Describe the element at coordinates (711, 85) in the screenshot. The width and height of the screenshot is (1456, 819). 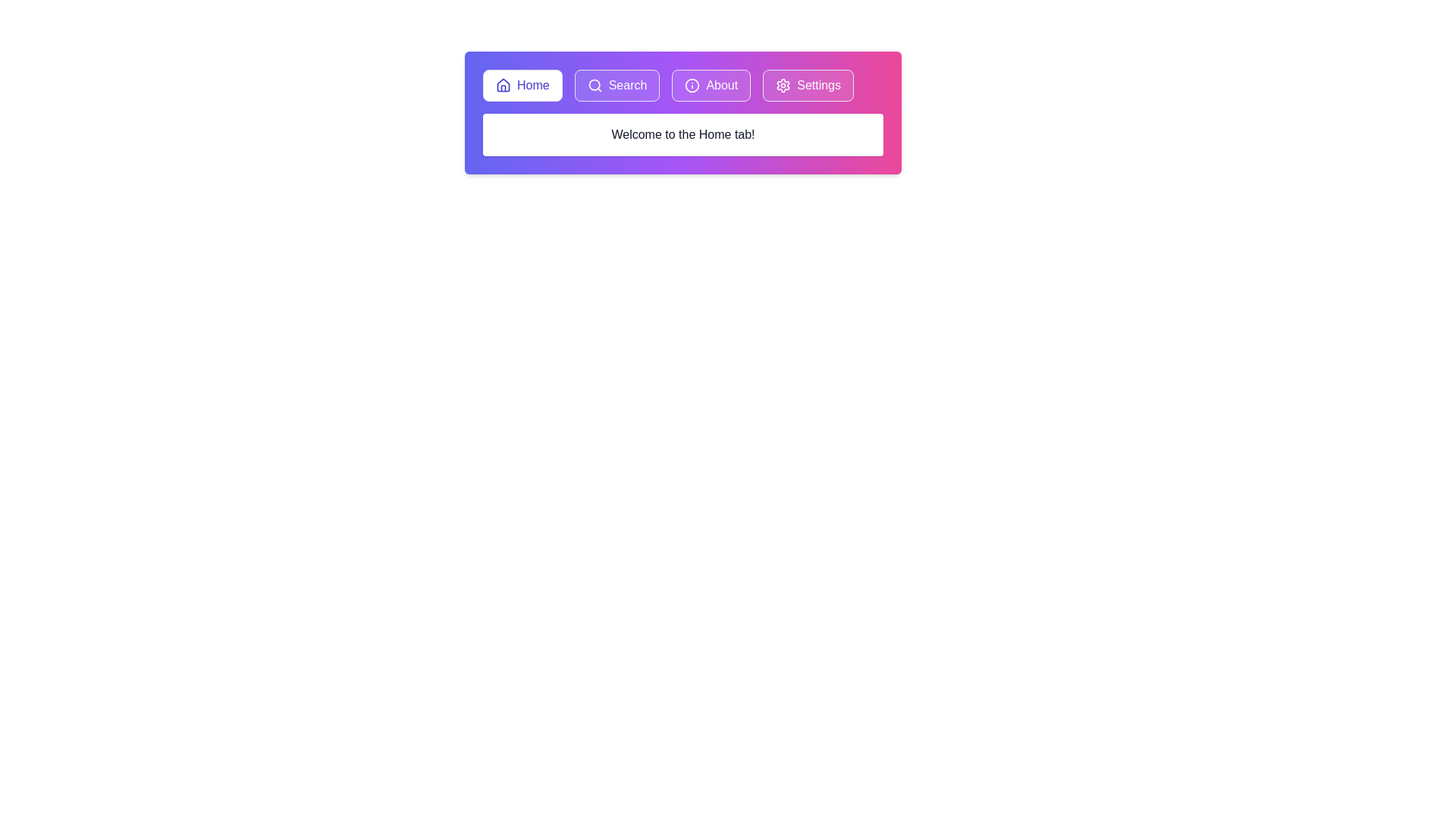
I see `the tab labeled About to activate it` at that location.